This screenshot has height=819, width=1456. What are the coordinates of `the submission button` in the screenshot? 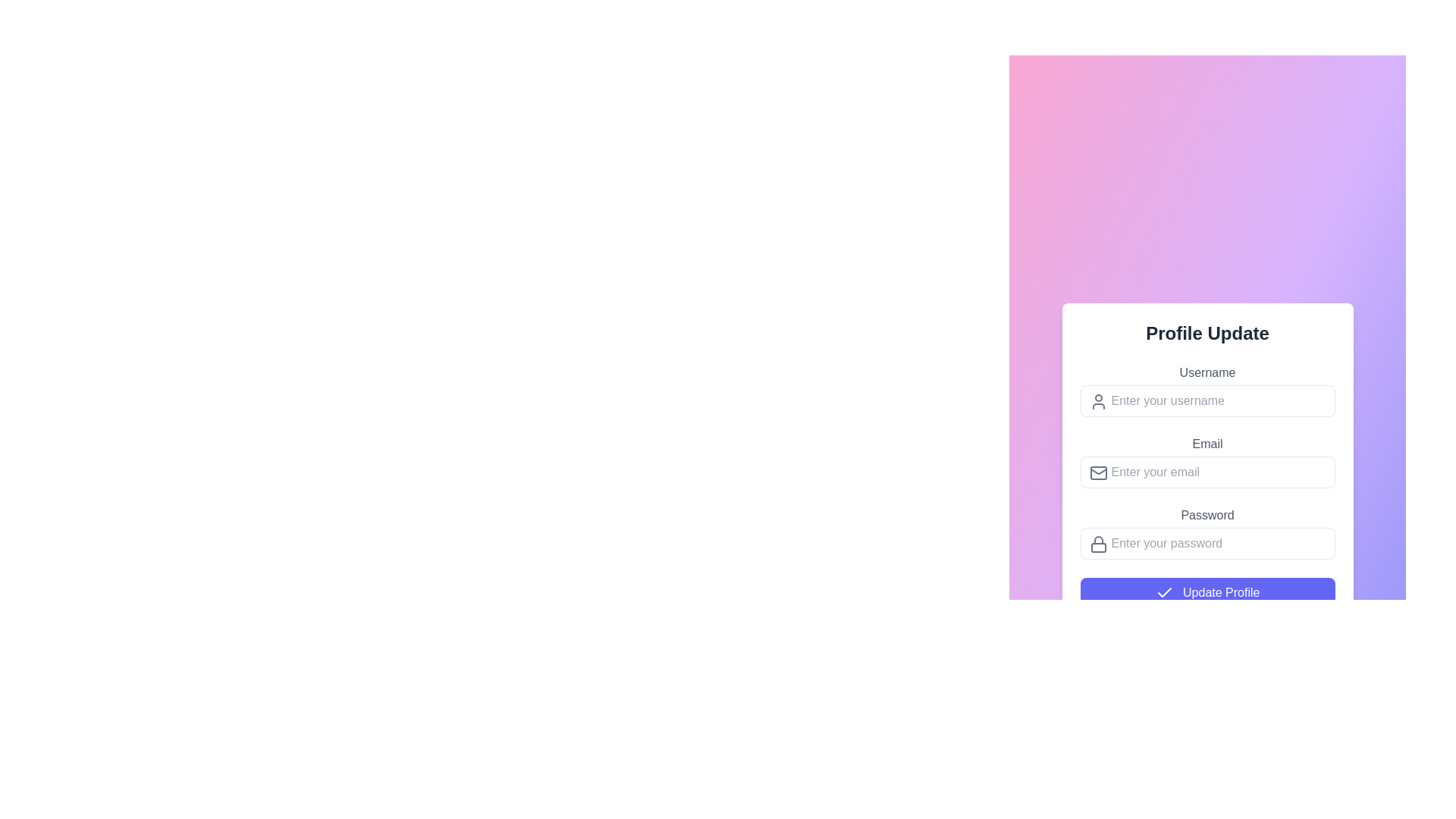 It's located at (1207, 592).